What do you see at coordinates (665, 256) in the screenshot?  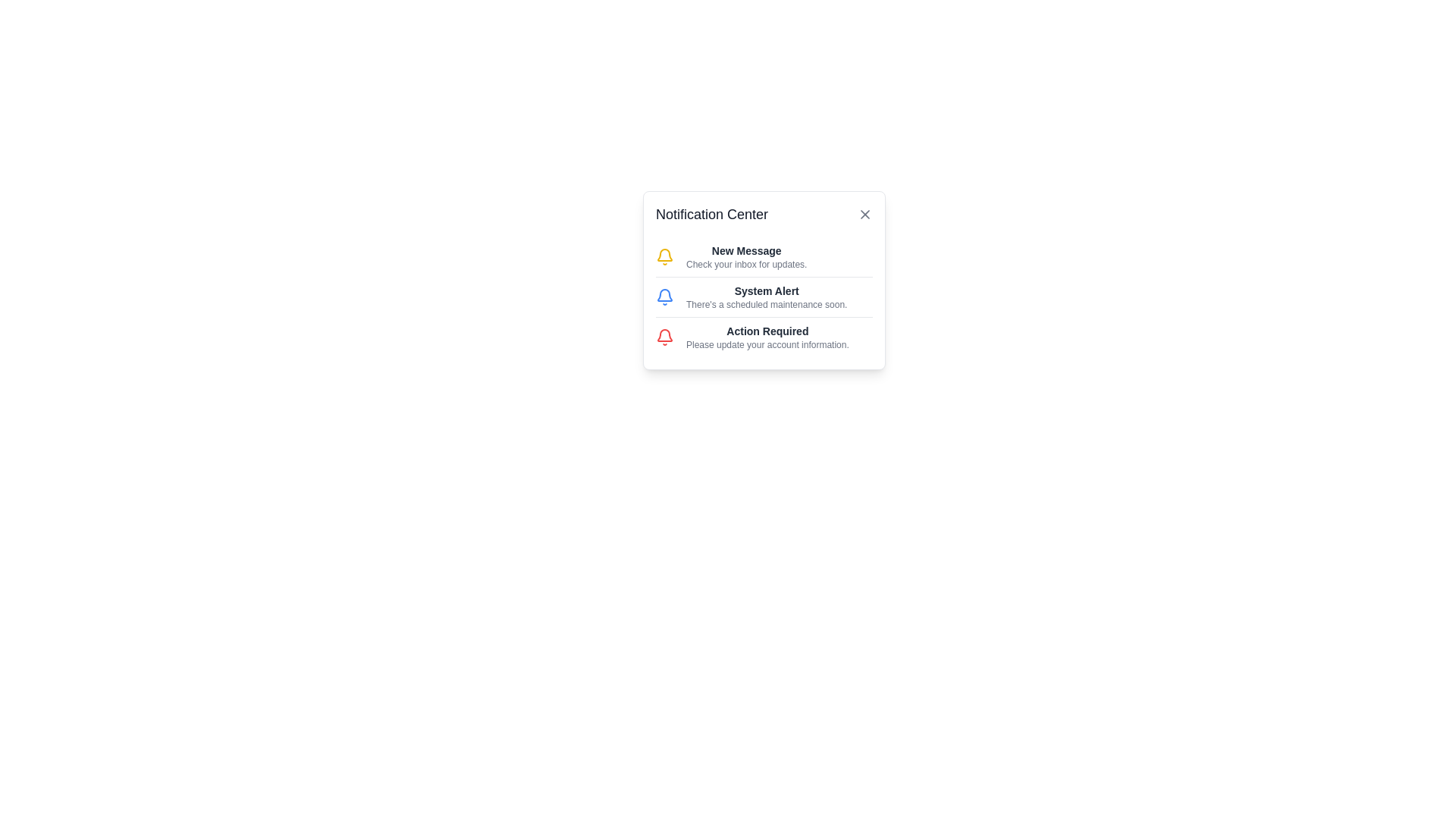 I see `the yellow bell icon with a circular design located to the left of the 'New Message' notification in the Notification Center menu` at bounding box center [665, 256].